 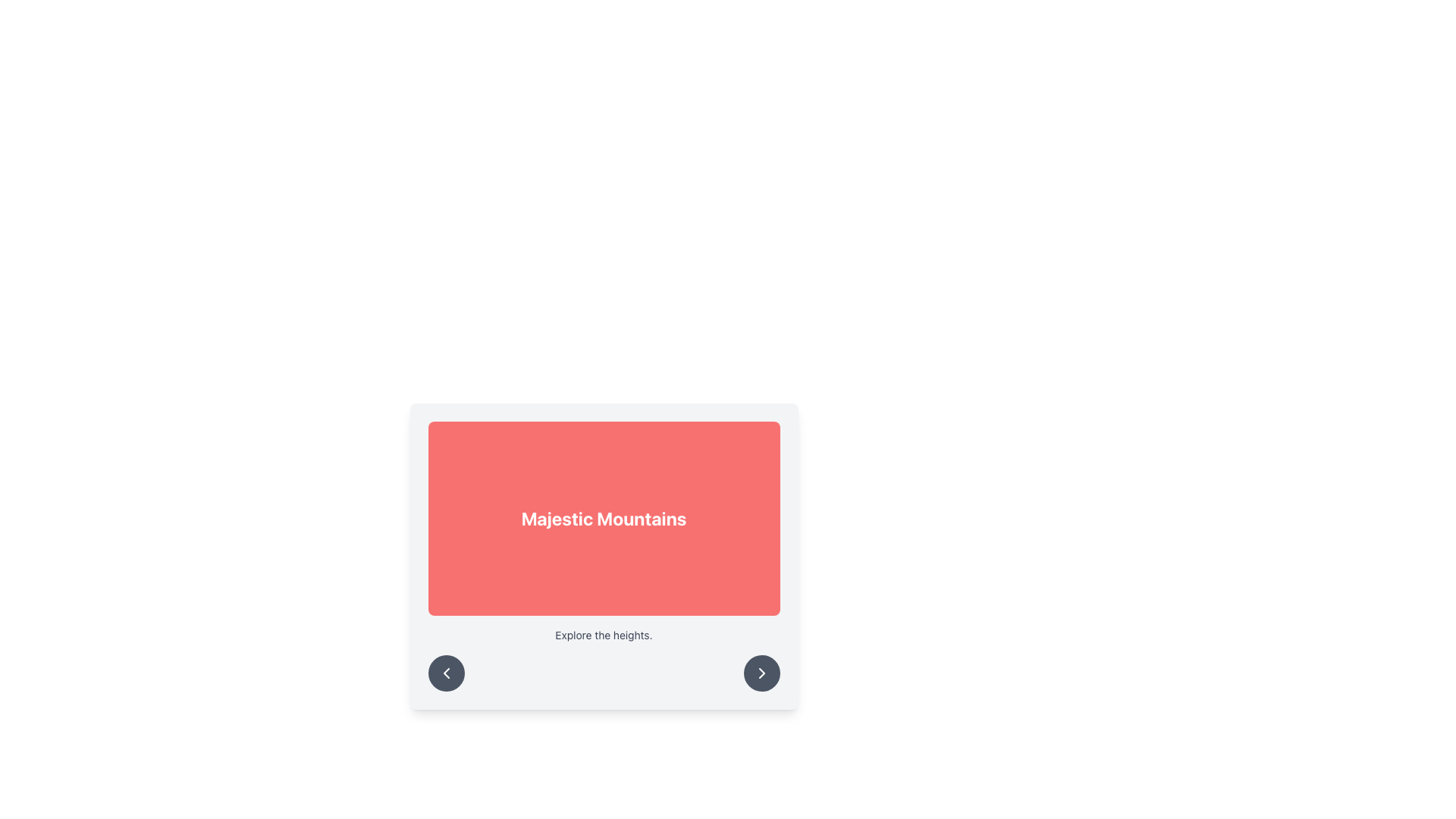 I want to click on the navigation icon located within the circular button at the bottom-right corner of the application interface, so click(x=761, y=672).